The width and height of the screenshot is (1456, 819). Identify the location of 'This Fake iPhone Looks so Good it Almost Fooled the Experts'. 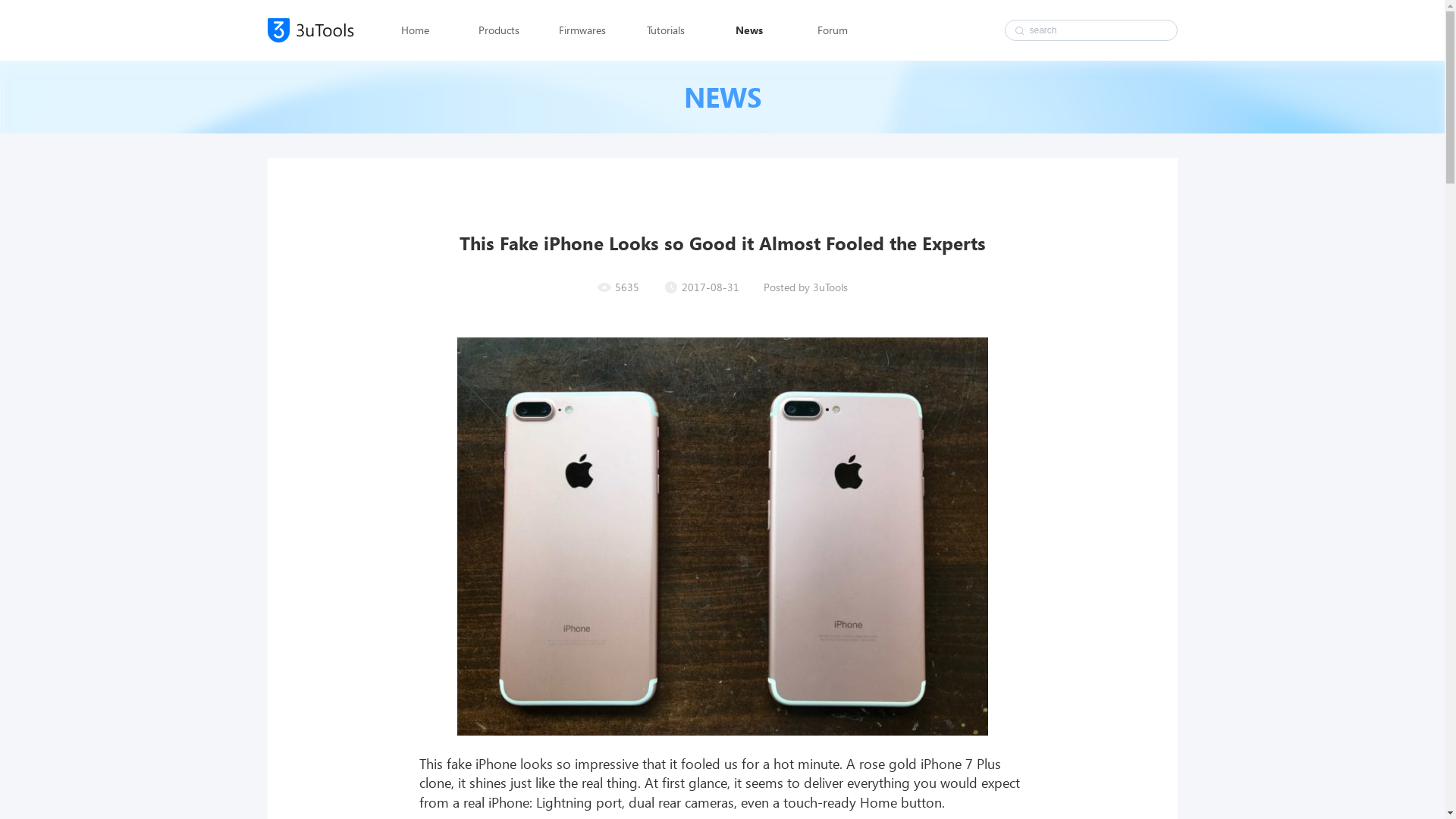
(455, 535).